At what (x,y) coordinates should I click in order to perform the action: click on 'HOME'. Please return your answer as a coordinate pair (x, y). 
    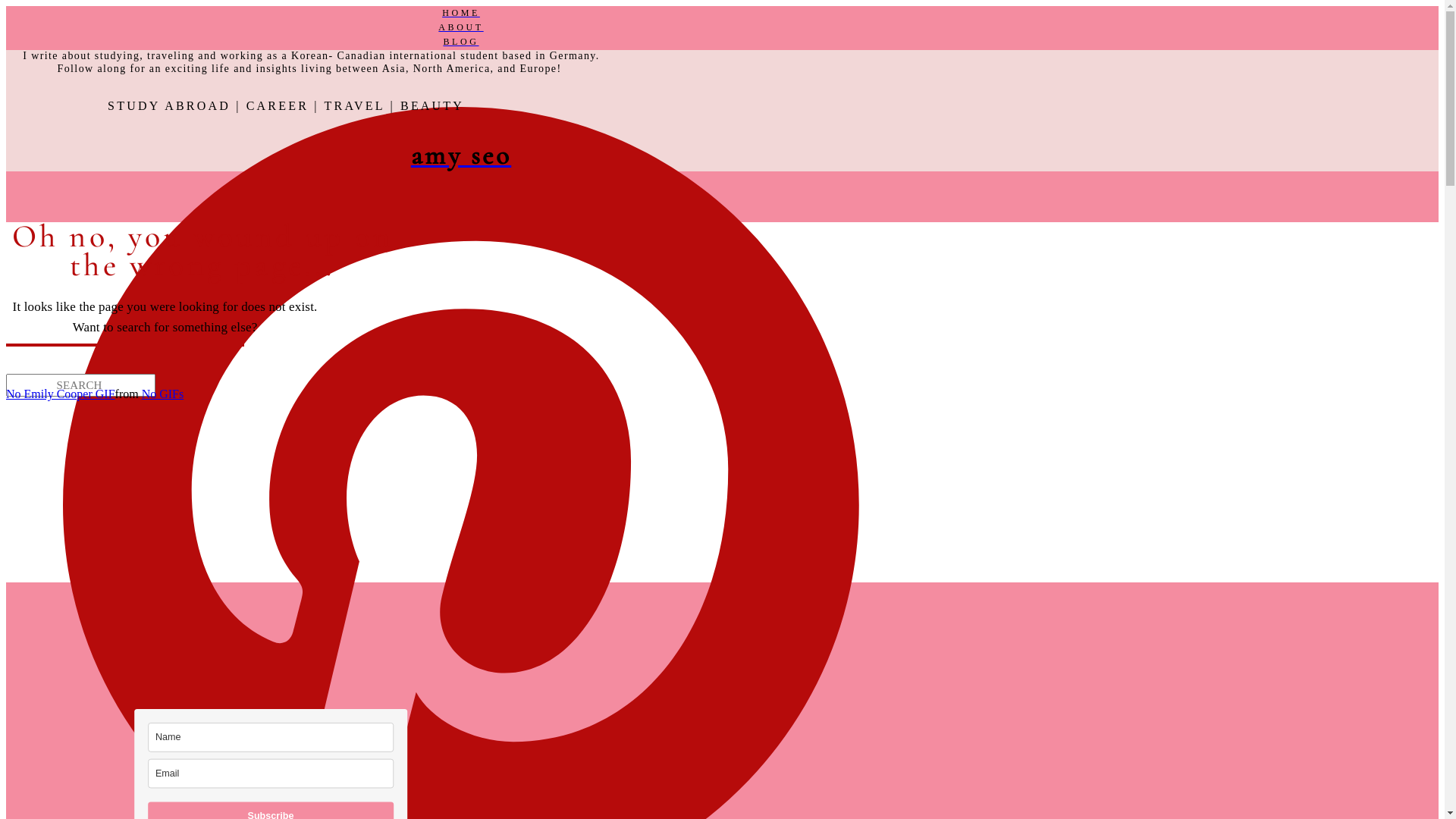
    Looking at the image, I should click on (460, 13).